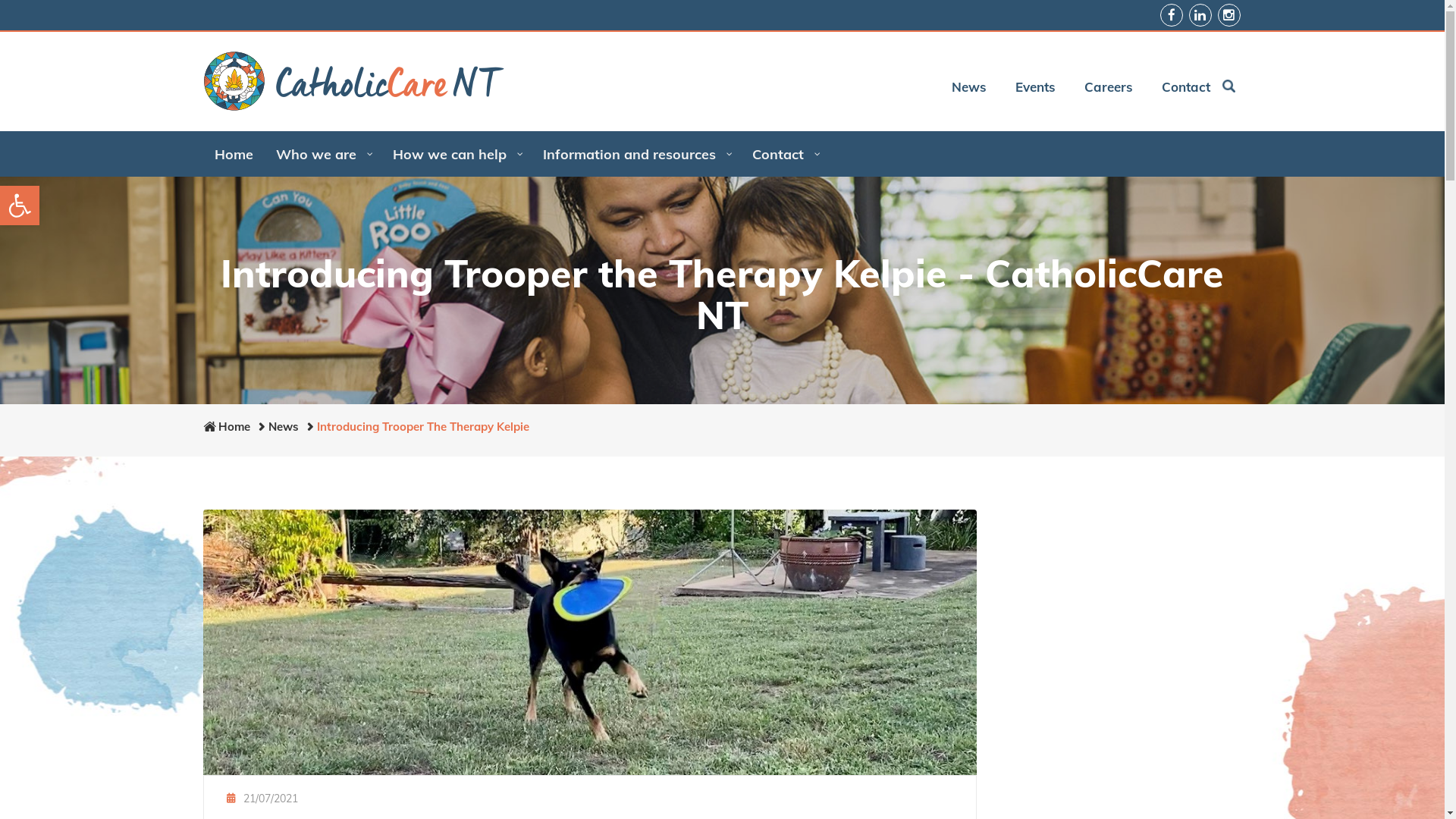 This screenshot has height=819, width=1456. What do you see at coordinates (962, 86) in the screenshot?
I see `'News'` at bounding box center [962, 86].